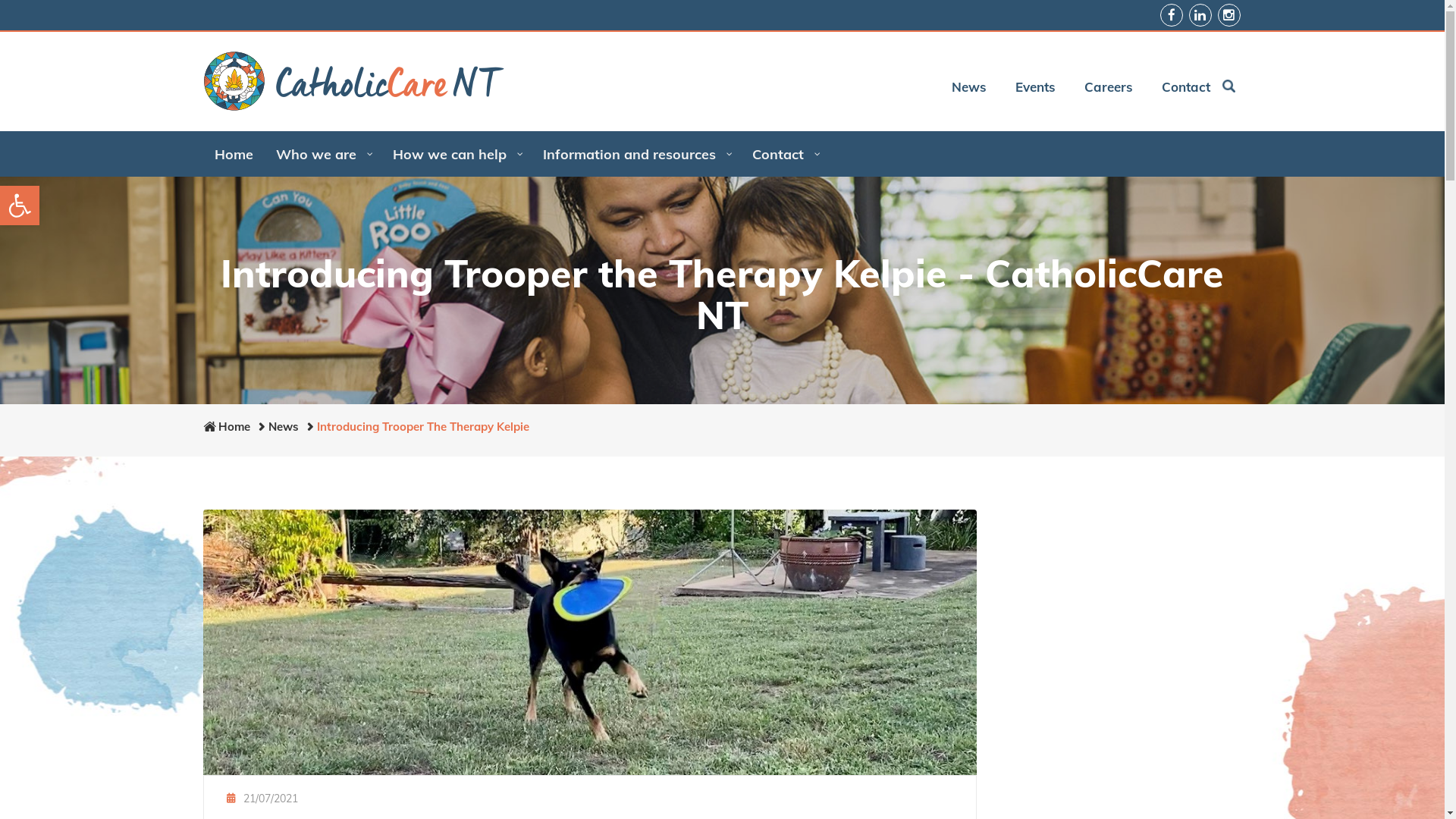 This screenshot has height=819, width=1456. What do you see at coordinates (962, 86) in the screenshot?
I see `'News'` at bounding box center [962, 86].